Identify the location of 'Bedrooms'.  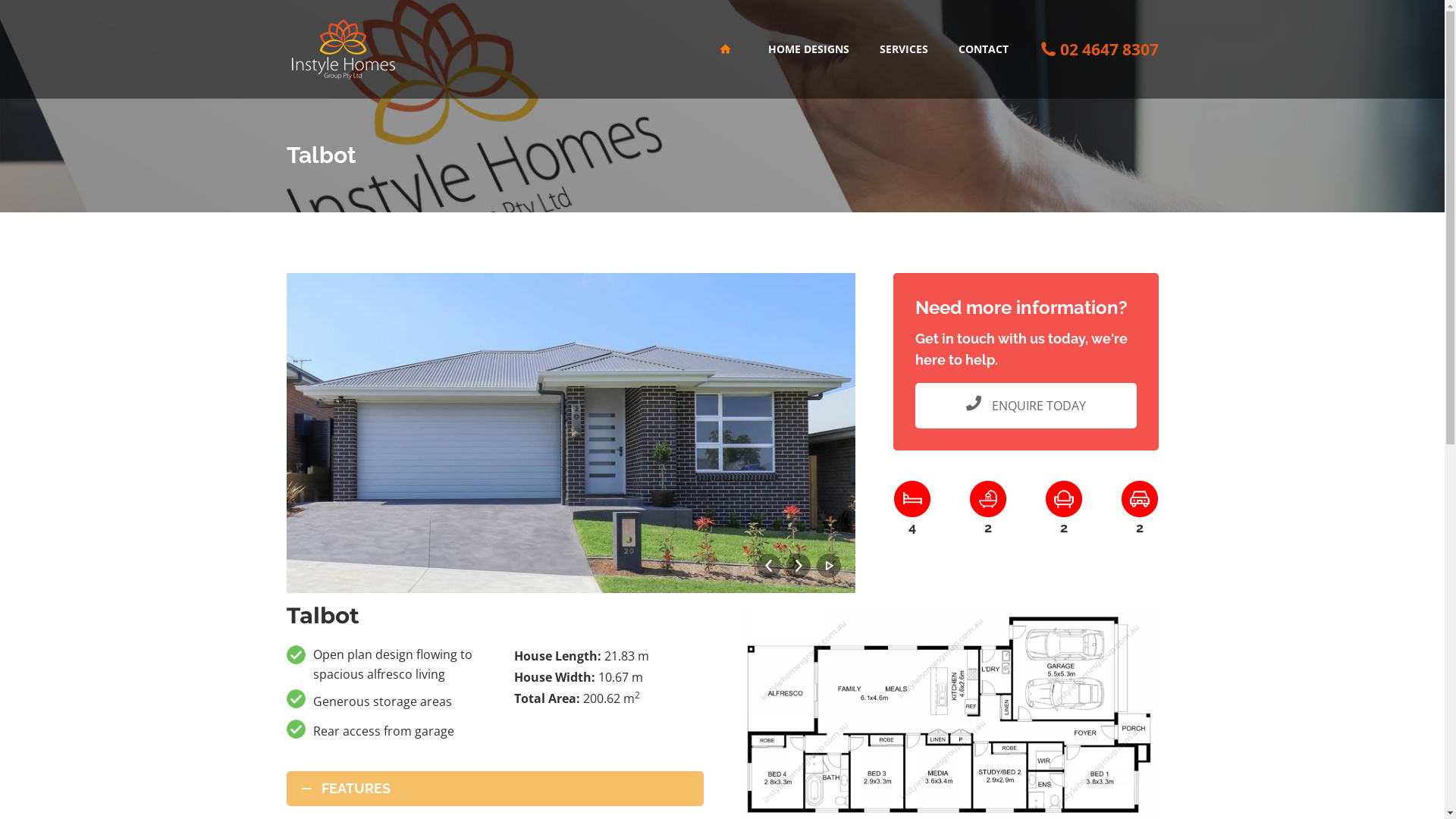
(910, 499).